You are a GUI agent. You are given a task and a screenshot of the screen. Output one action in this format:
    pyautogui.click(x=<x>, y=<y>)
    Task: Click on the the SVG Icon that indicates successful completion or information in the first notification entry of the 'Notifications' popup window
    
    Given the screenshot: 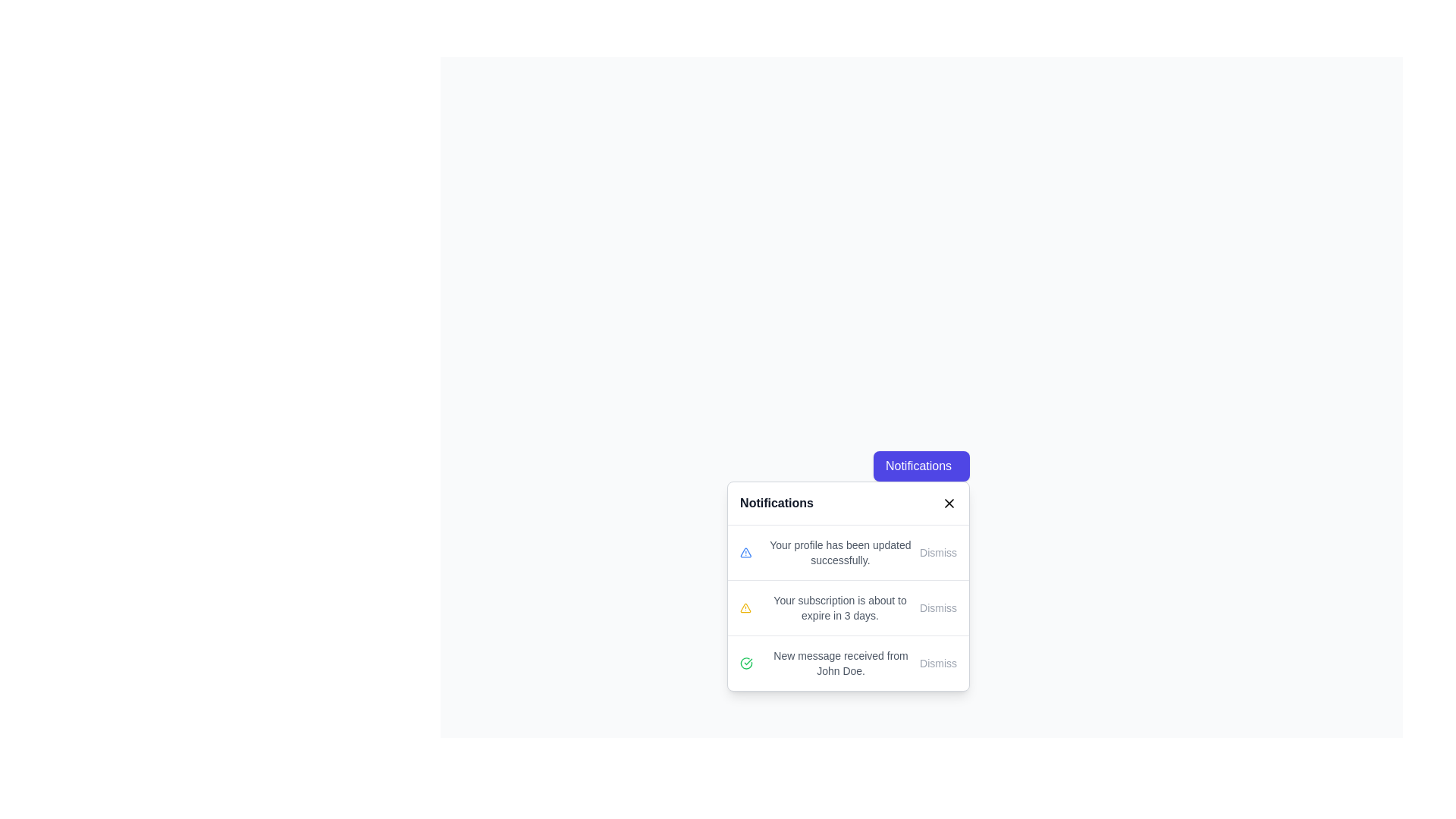 What is the action you would take?
    pyautogui.click(x=745, y=553)
    